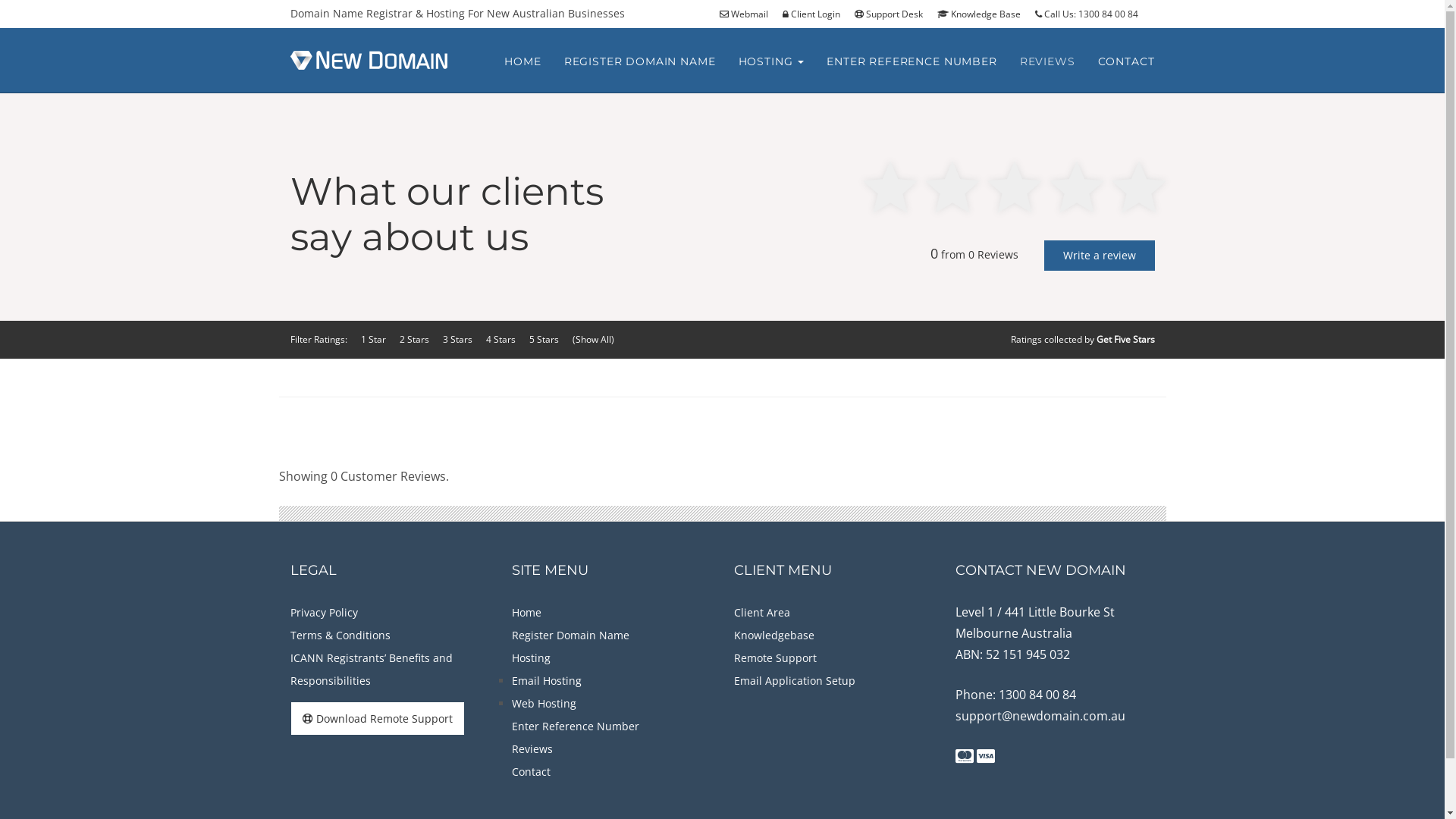 Image resolution: width=1456 pixels, height=819 pixels. I want to click on 'Email Application Setup', so click(793, 679).